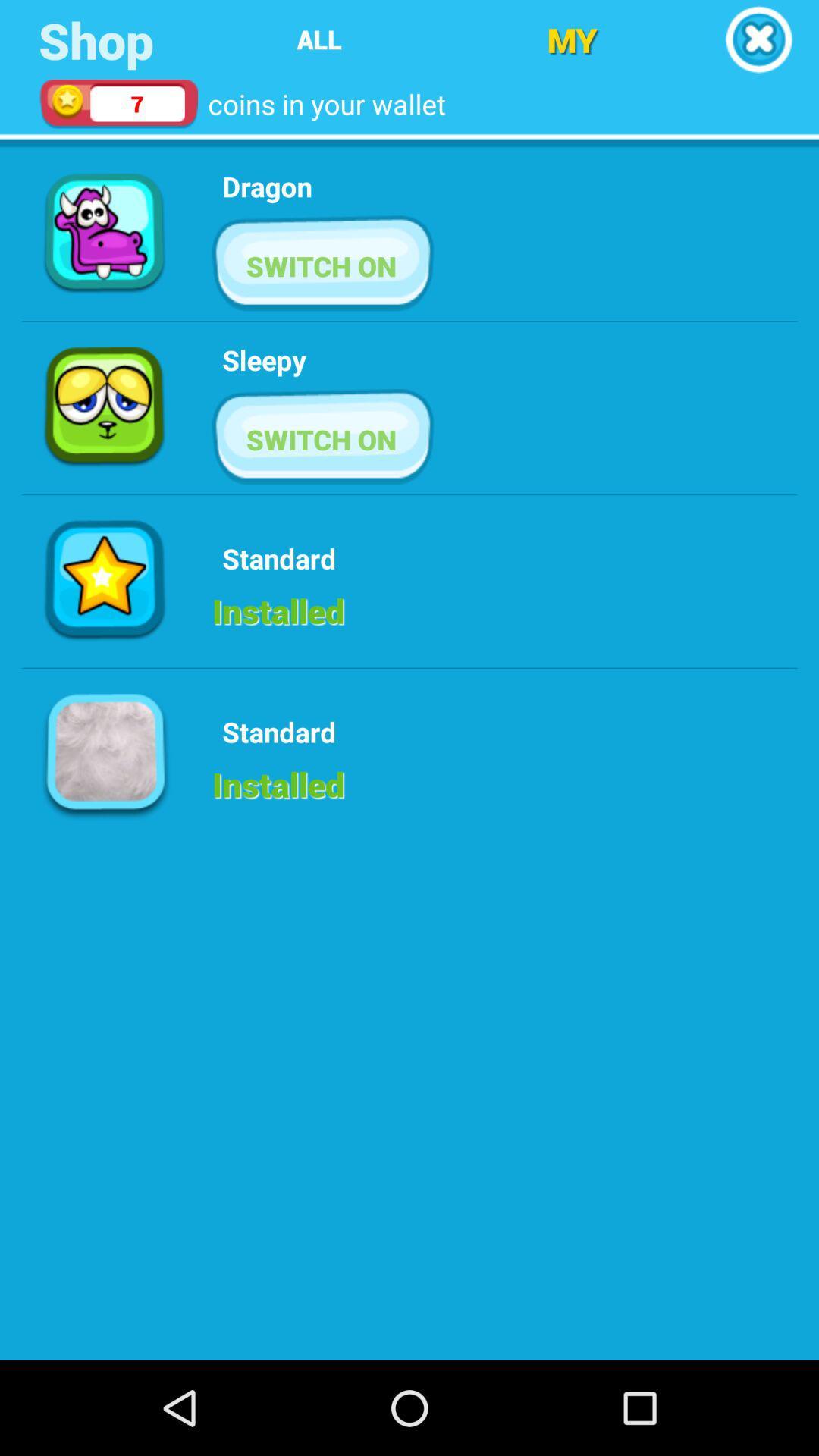 The image size is (819, 1456). What do you see at coordinates (266, 185) in the screenshot?
I see `the icon above the switch on item` at bounding box center [266, 185].